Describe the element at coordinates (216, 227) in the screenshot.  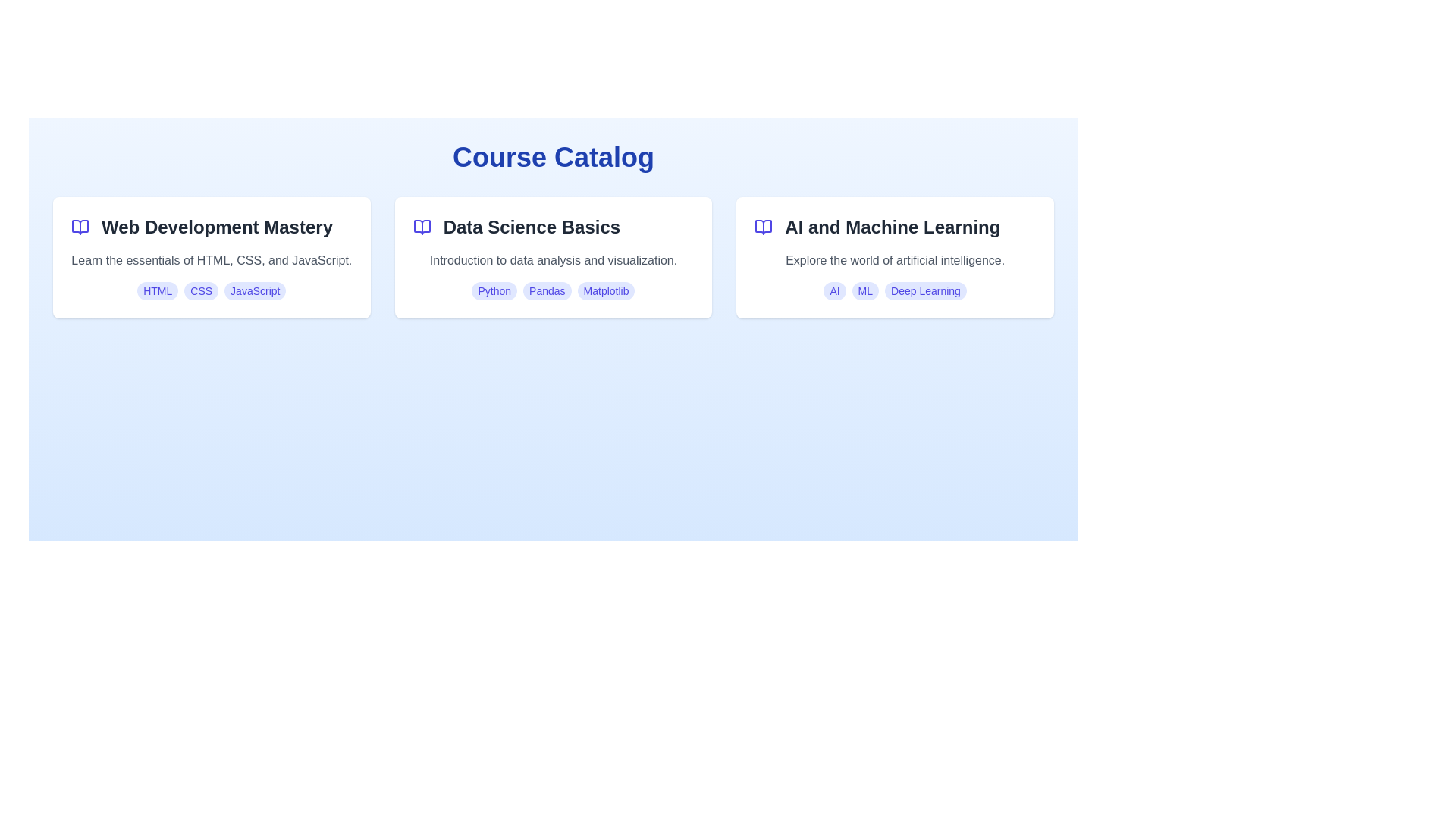
I see `the textual header 'Web Development Mastery' which is prominently displayed in dark gray and styled in a large bold font, located in the leftmost card of three horizontally aligned cards` at that location.